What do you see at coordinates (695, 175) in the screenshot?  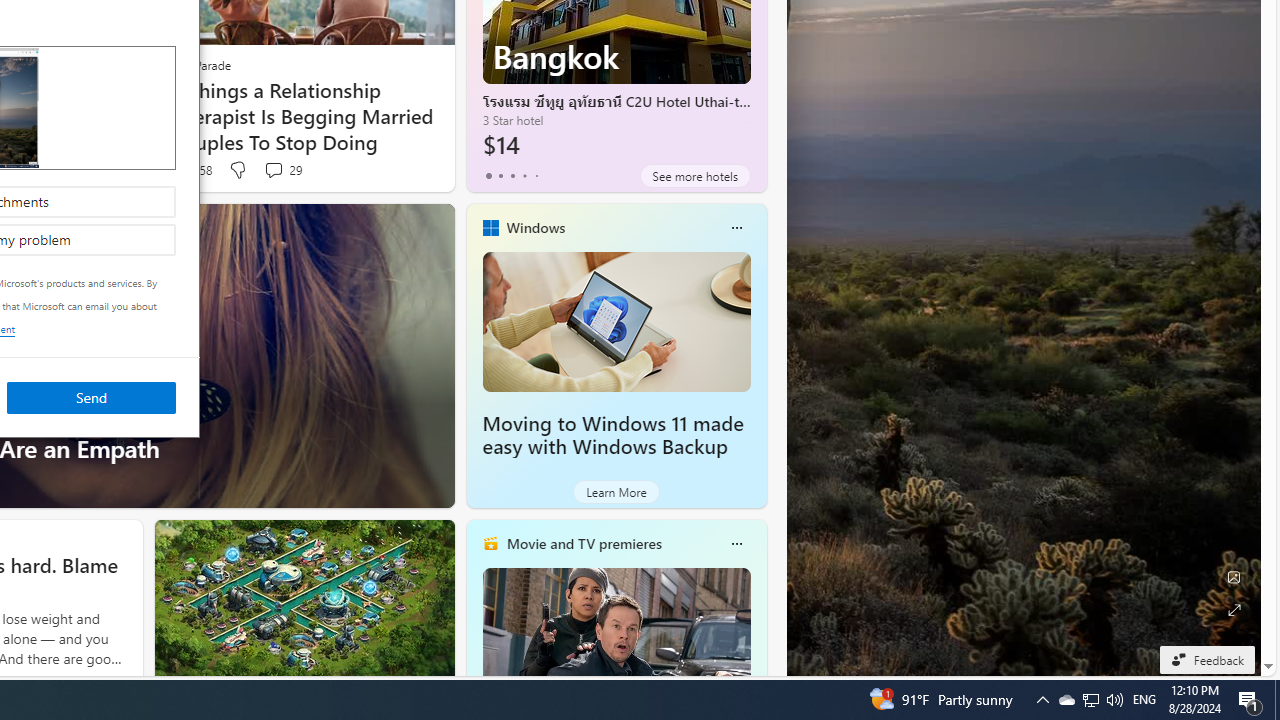 I see `'See more hotels'` at bounding box center [695, 175].